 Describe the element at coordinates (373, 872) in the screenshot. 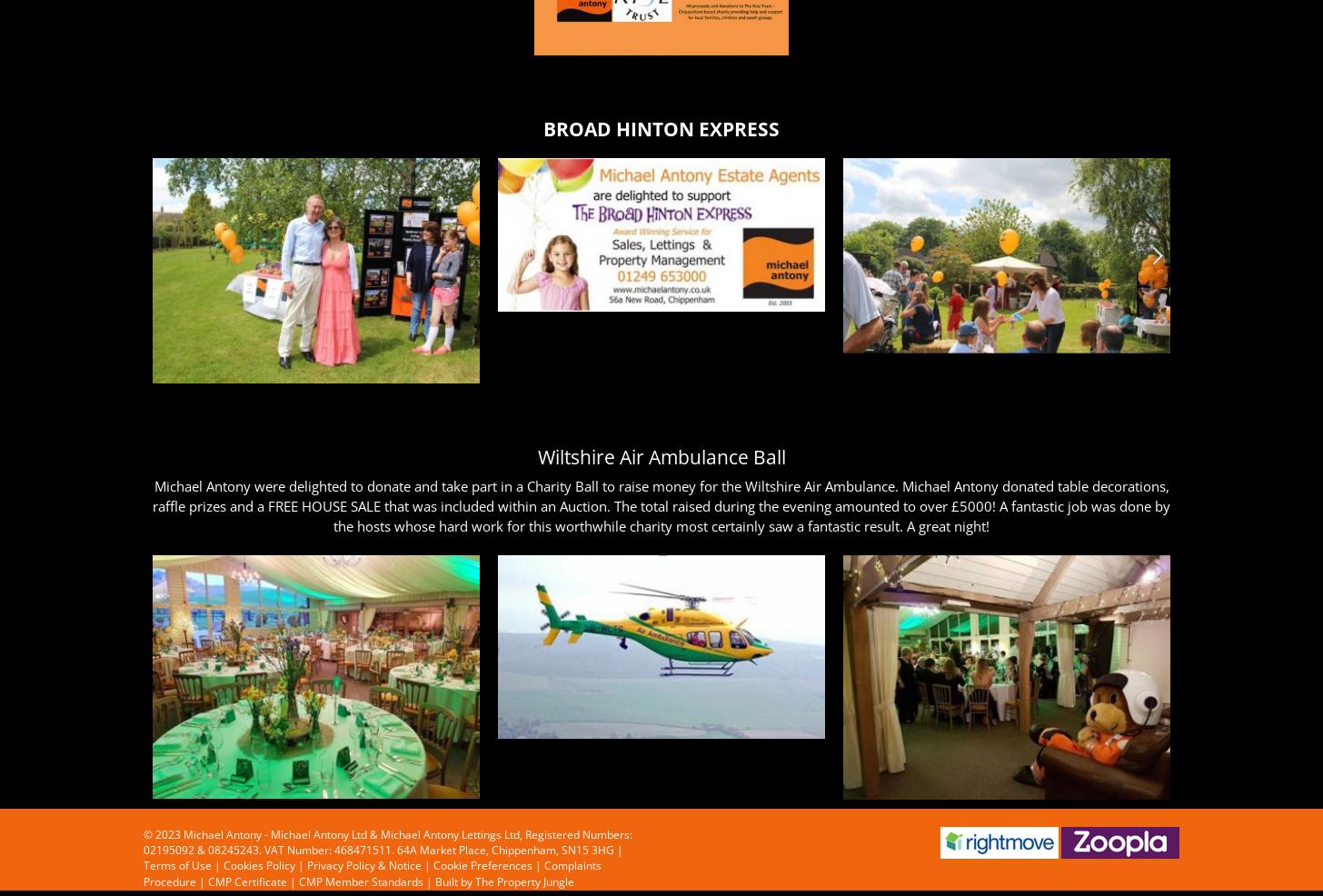

I see `'Complaints Procedure'` at that location.